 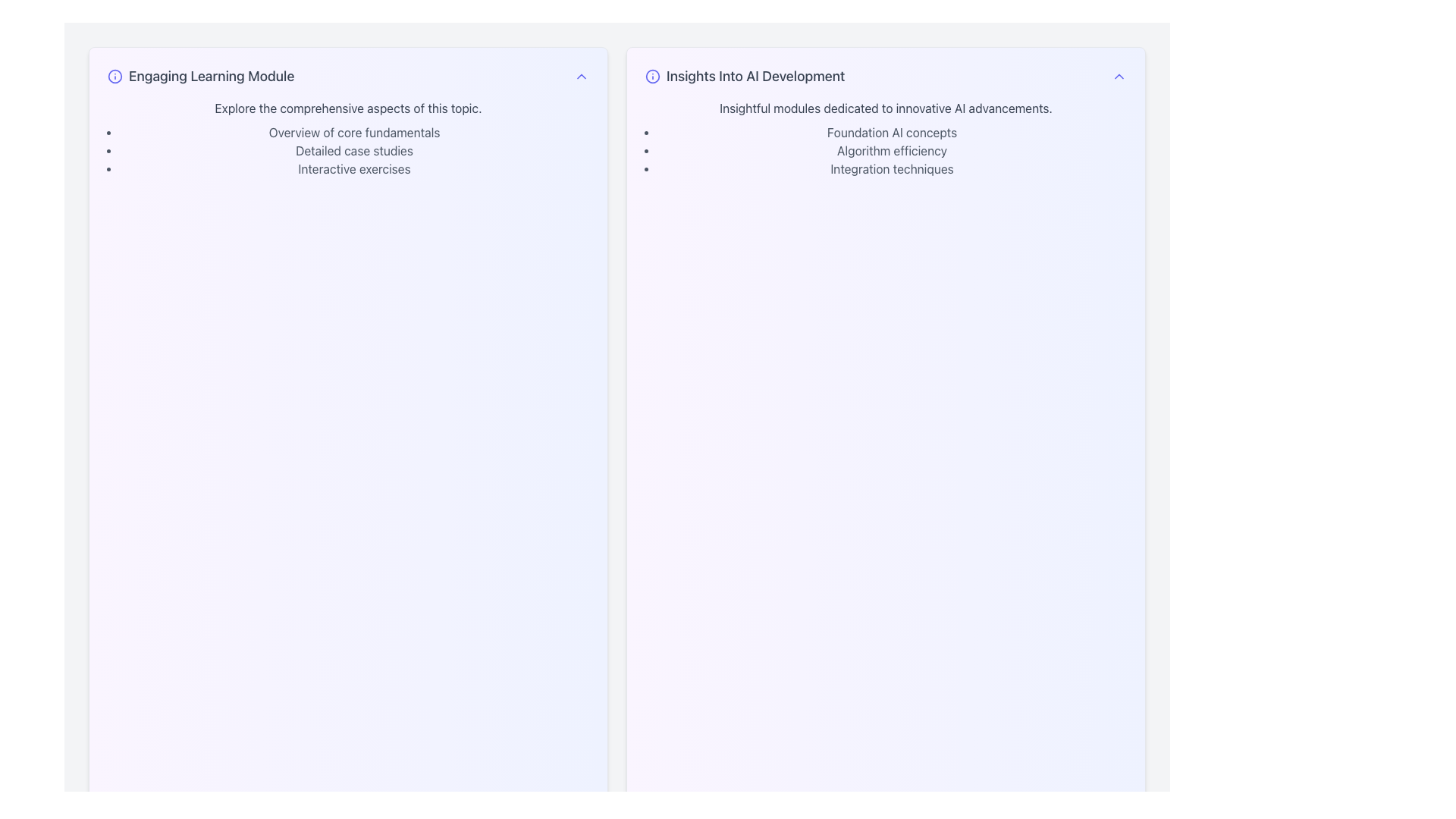 What do you see at coordinates (115, 76) in the screenshot?
I see `the supplementary visual cue icon located in the top-left area of the 'Engaging Learning Module' title section` at bounding box center [115, 76].